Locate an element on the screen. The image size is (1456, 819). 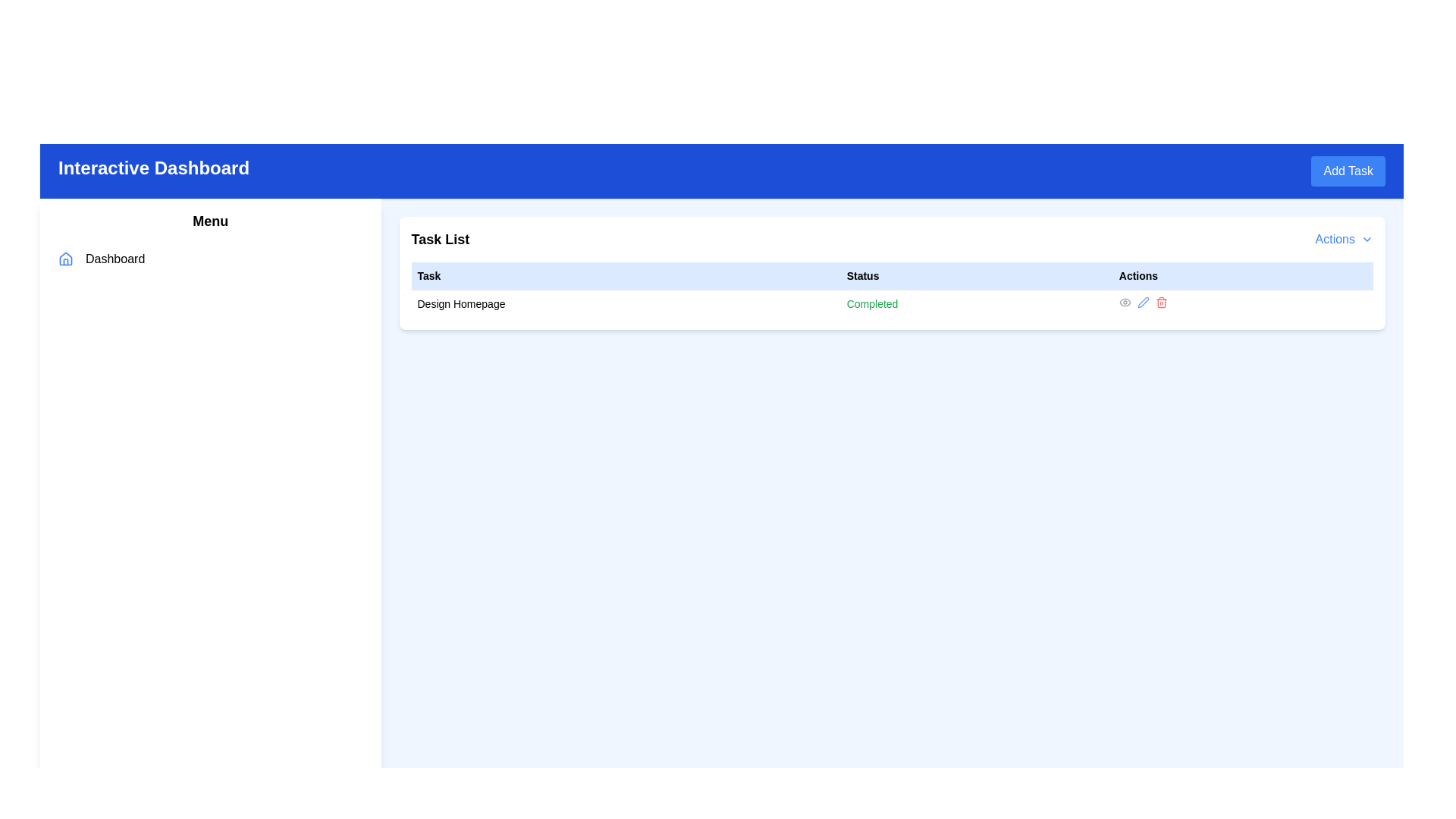
on the first row of the task list, which contains the task 'Design Homepage' and the status 'Completed' is located at coordinates (892, 303).